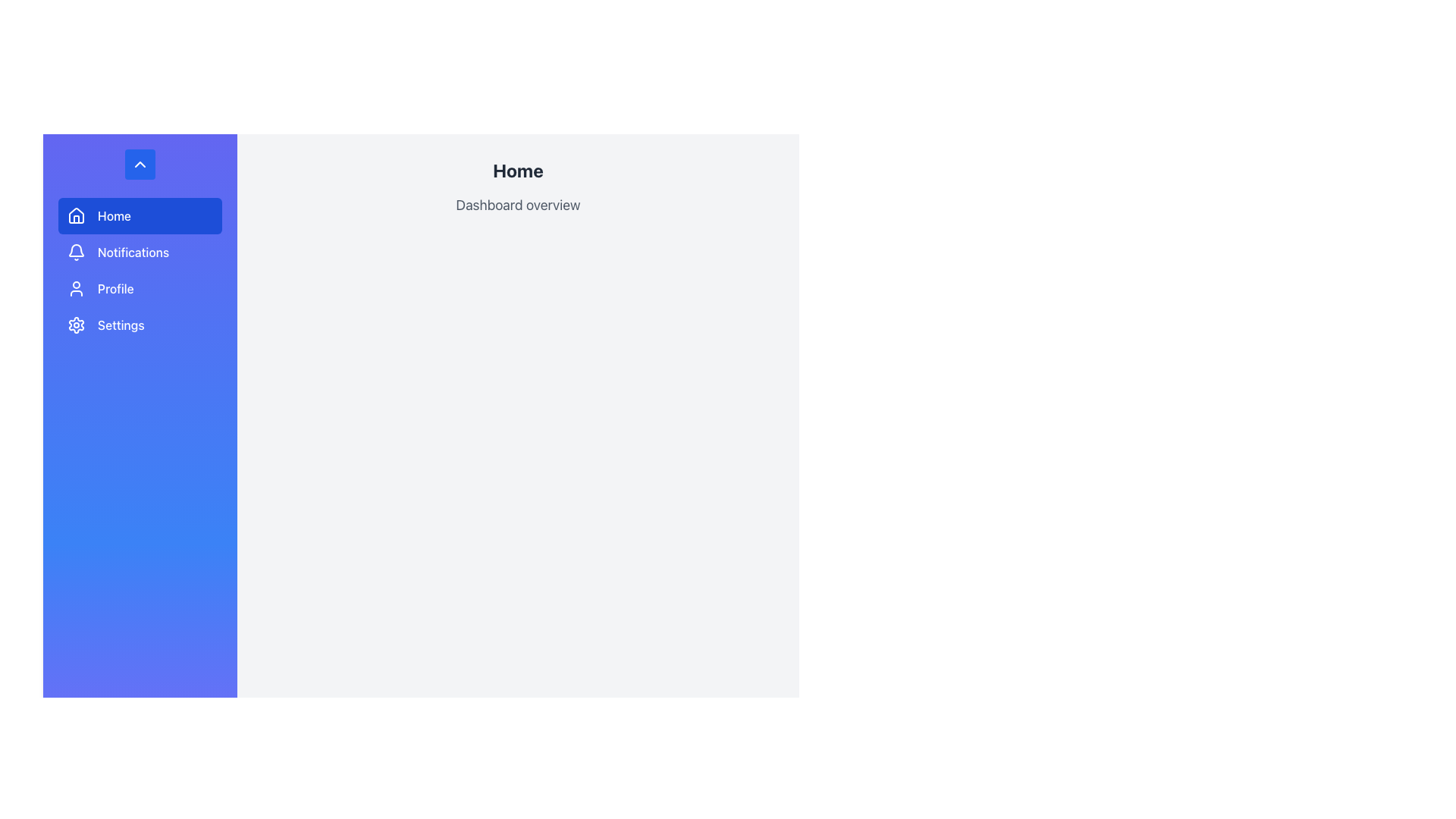 The height and width of the screenshot is (819, 1456). I want to click on the descriptive label located directly below the 'Home' heading, providing contextual clarity for the content below, so click(518, 205).